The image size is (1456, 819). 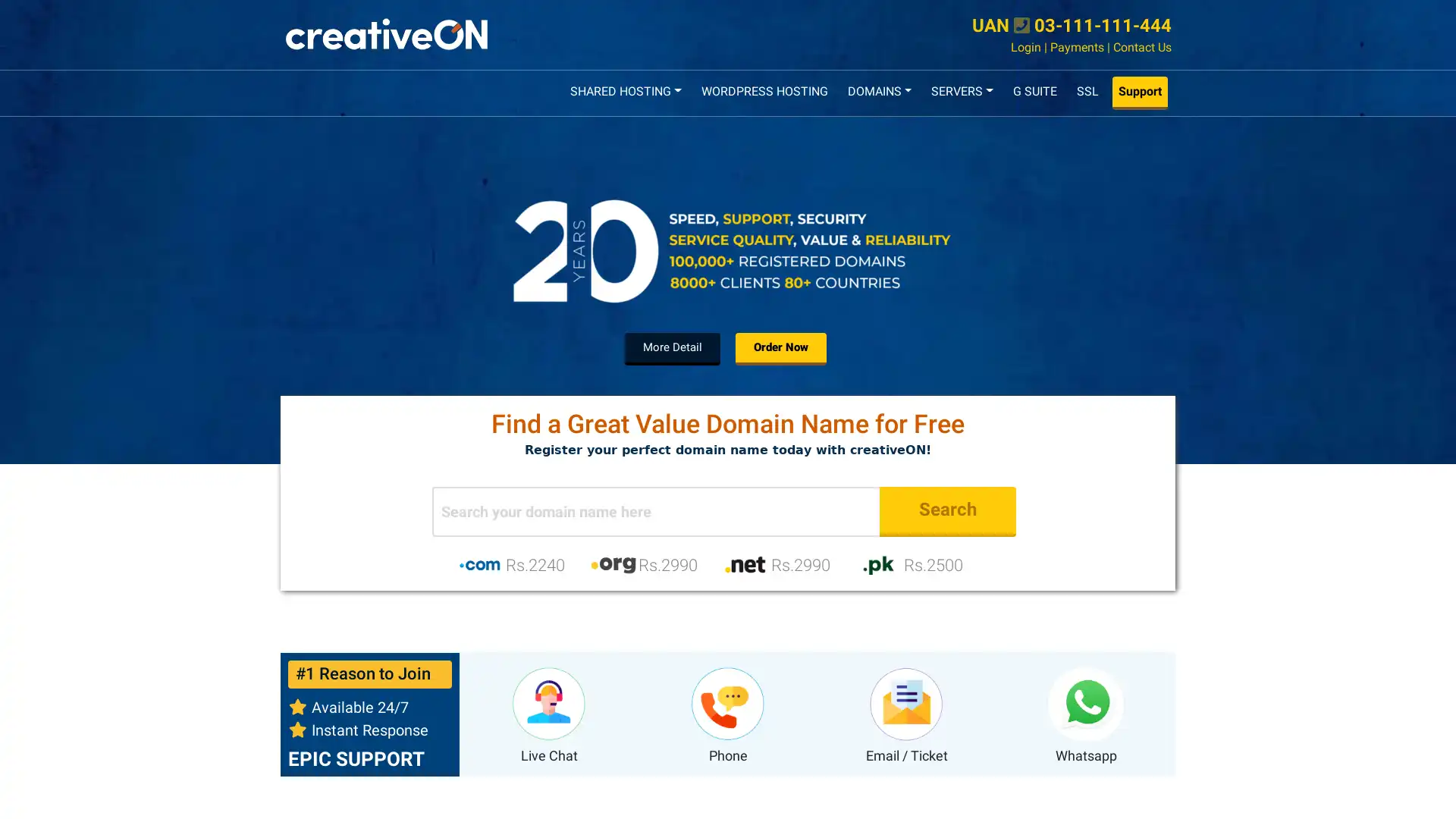 What do you see at coordinates (672, 348) in the screenshot?
I see `More Detail` at bounding box center [672, 348].